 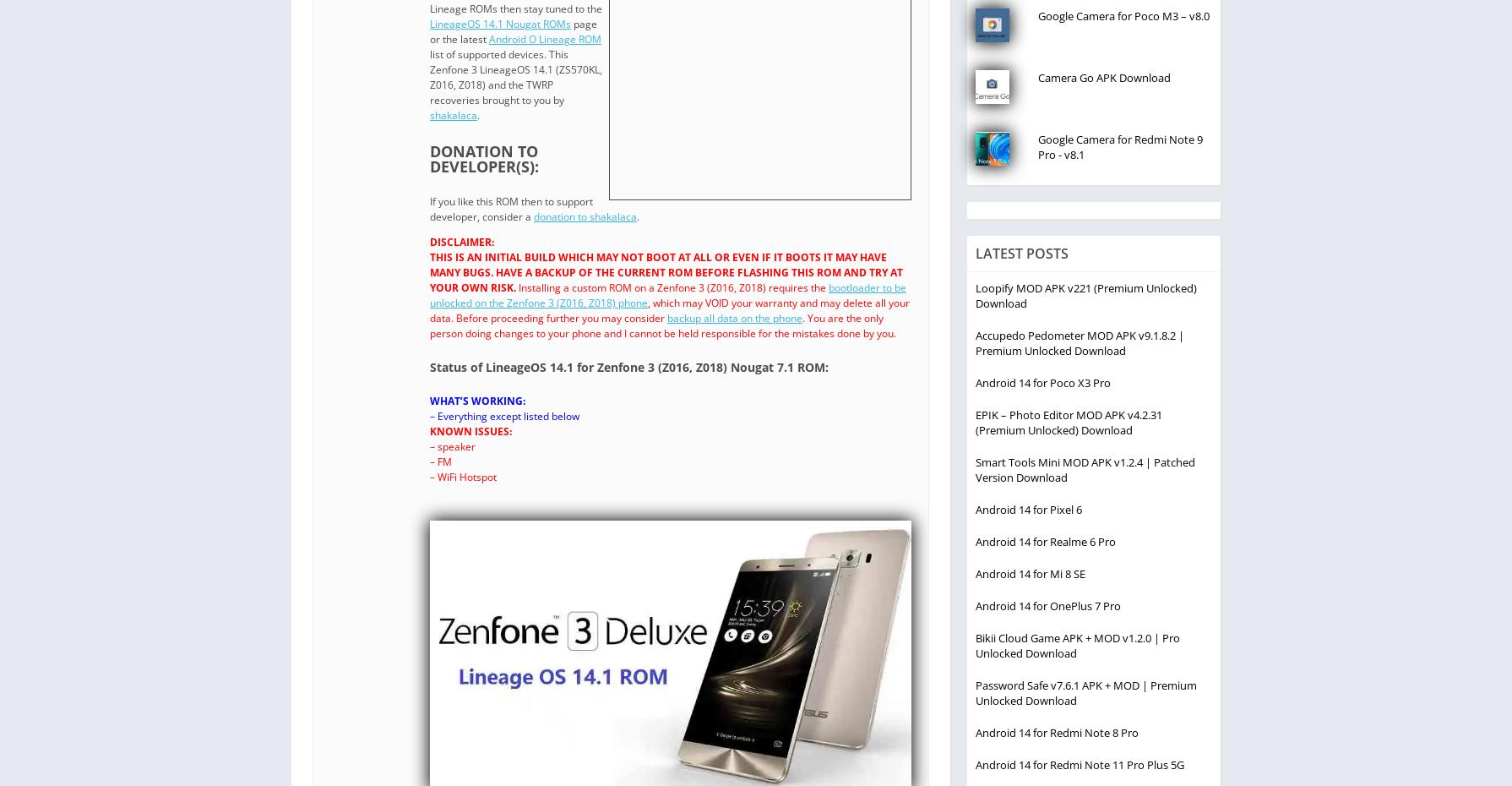 What do you see at coordinates (1085, 469) in the screenshot?
I see `'Smart Tools Mini MOD APK v1.2.4 | Patched Version Download'` at bounding box center [1085, 469].